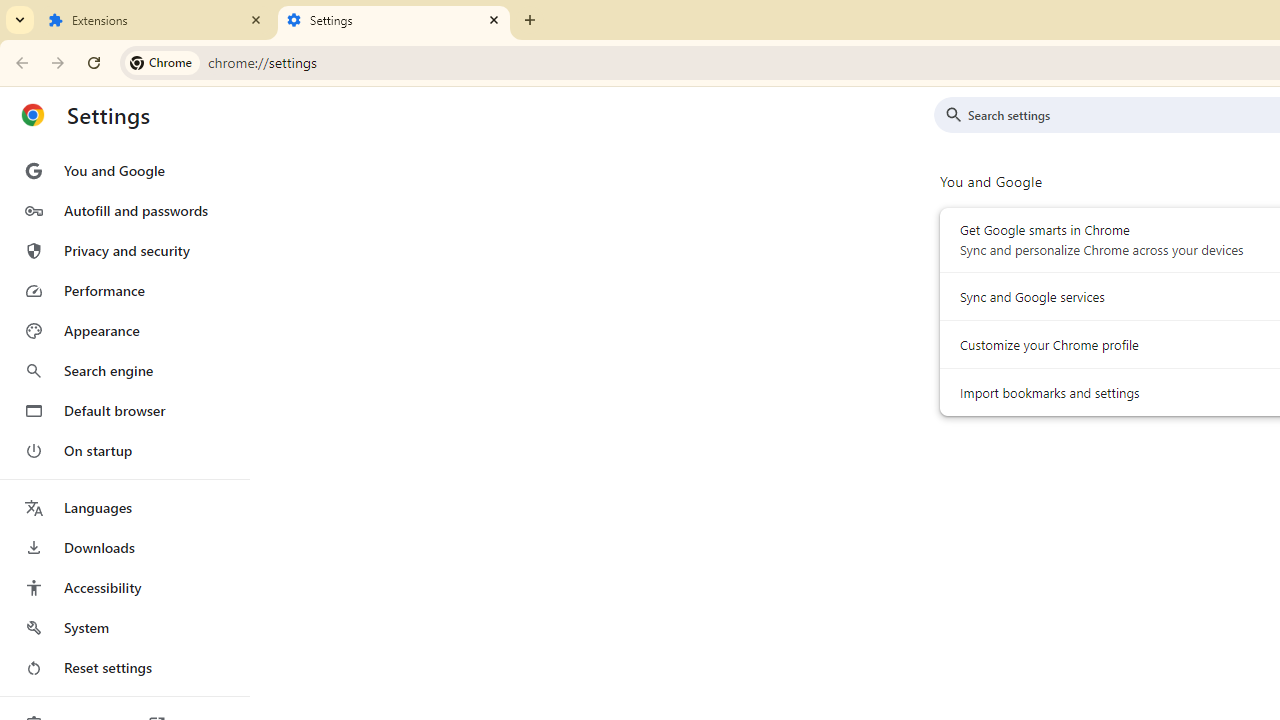 The image size is (1280, 720). Describe the element at coordinates (123, 330) in the screenshot. I see `'Appearance'` at that location.